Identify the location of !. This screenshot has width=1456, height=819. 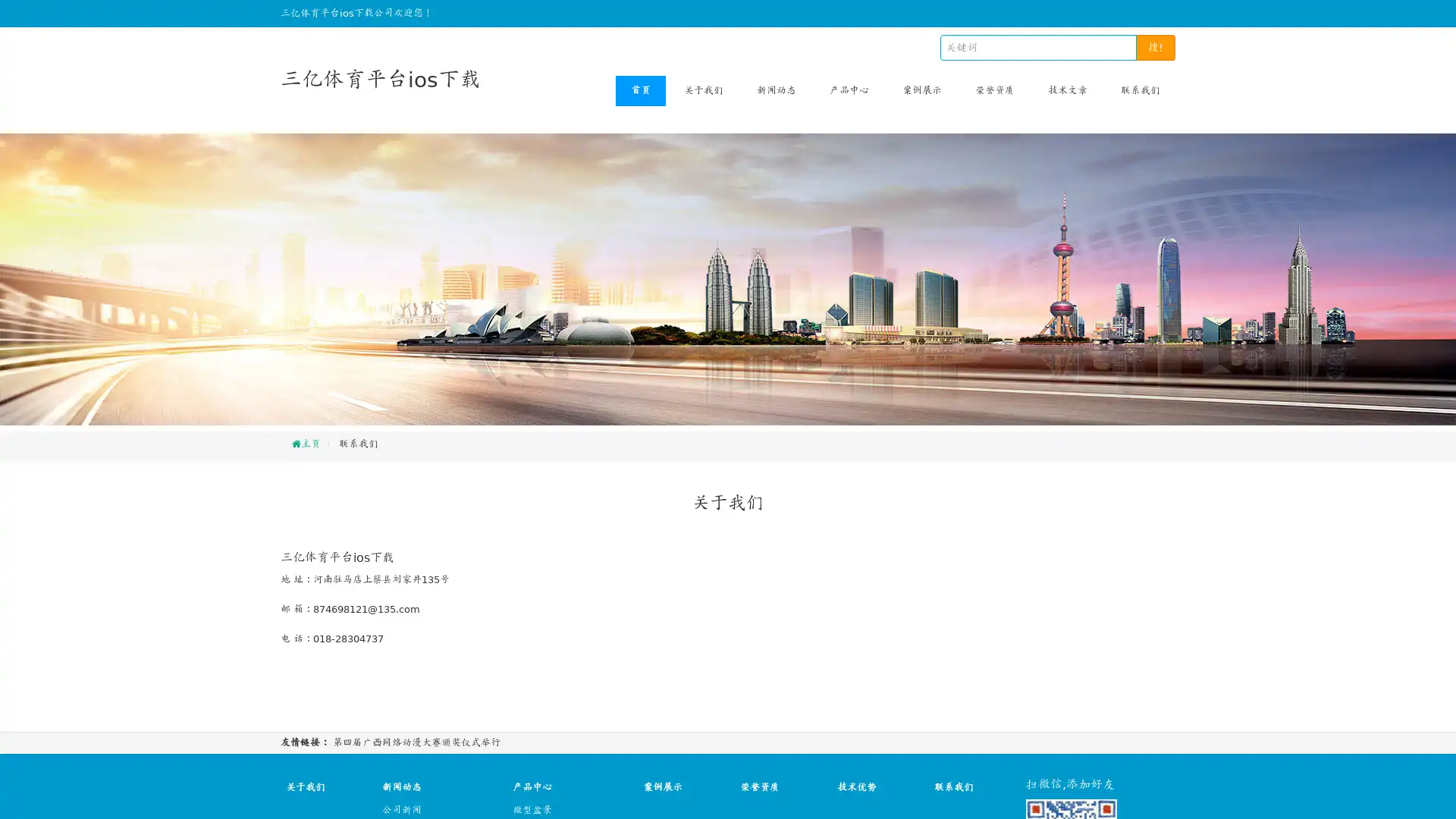
(1155, 46).